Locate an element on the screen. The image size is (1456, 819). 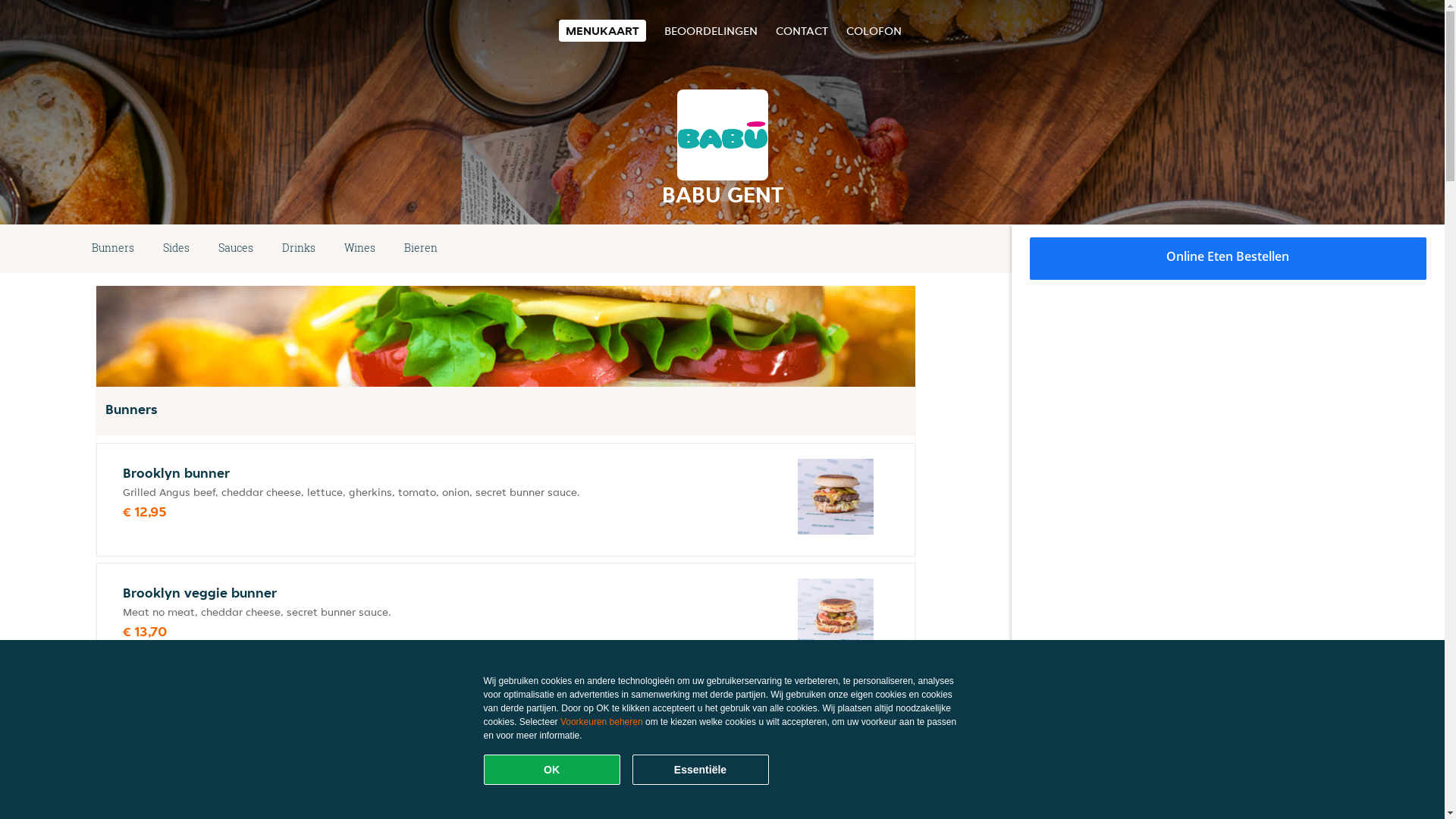
'Online Eten Bestellen' is located at coordinates (1023, 257).